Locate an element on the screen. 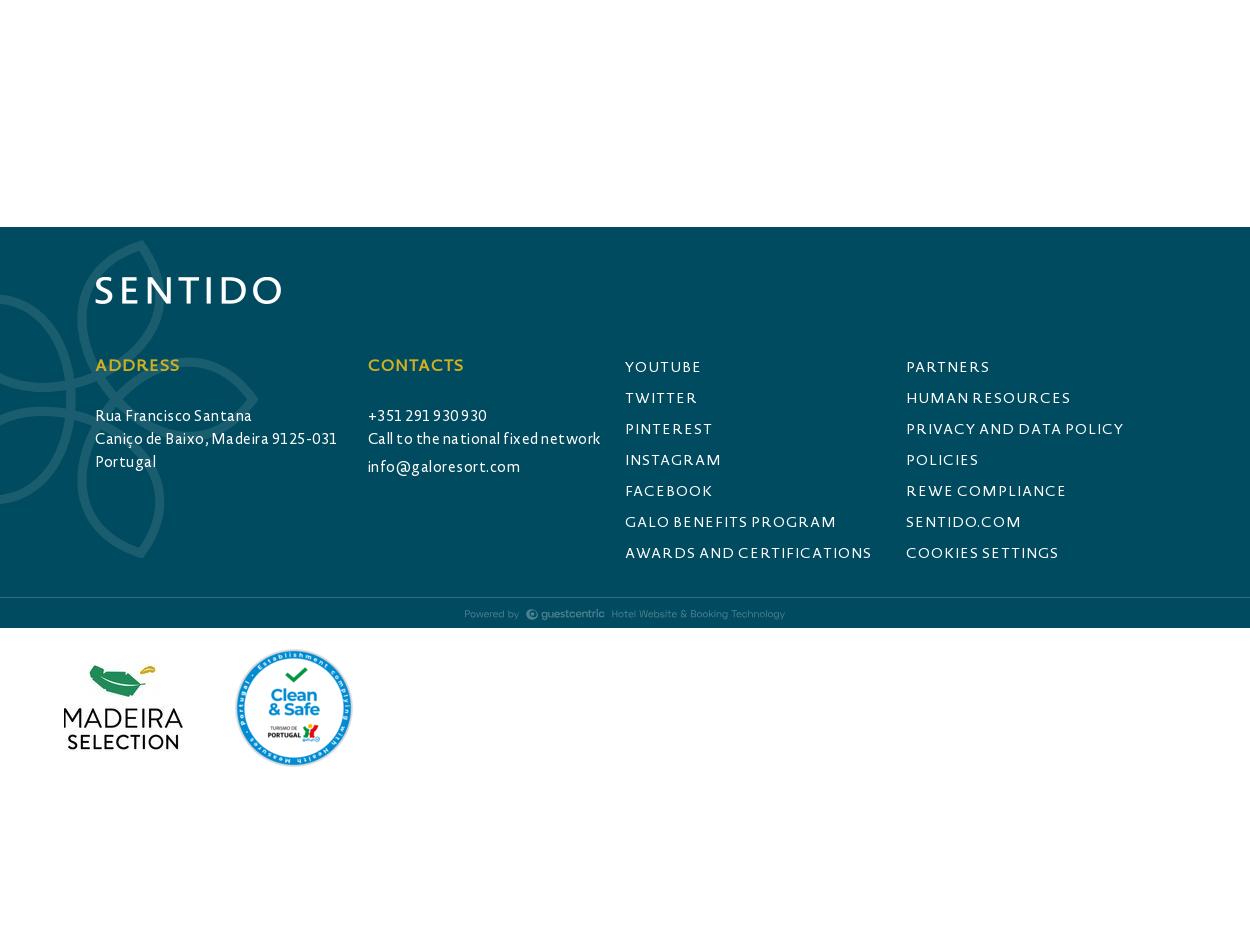 Image resolution: width=1250 pixels, height=948 pixels. 'Rua Francisco Santana' is located at coordinates (173, 414).